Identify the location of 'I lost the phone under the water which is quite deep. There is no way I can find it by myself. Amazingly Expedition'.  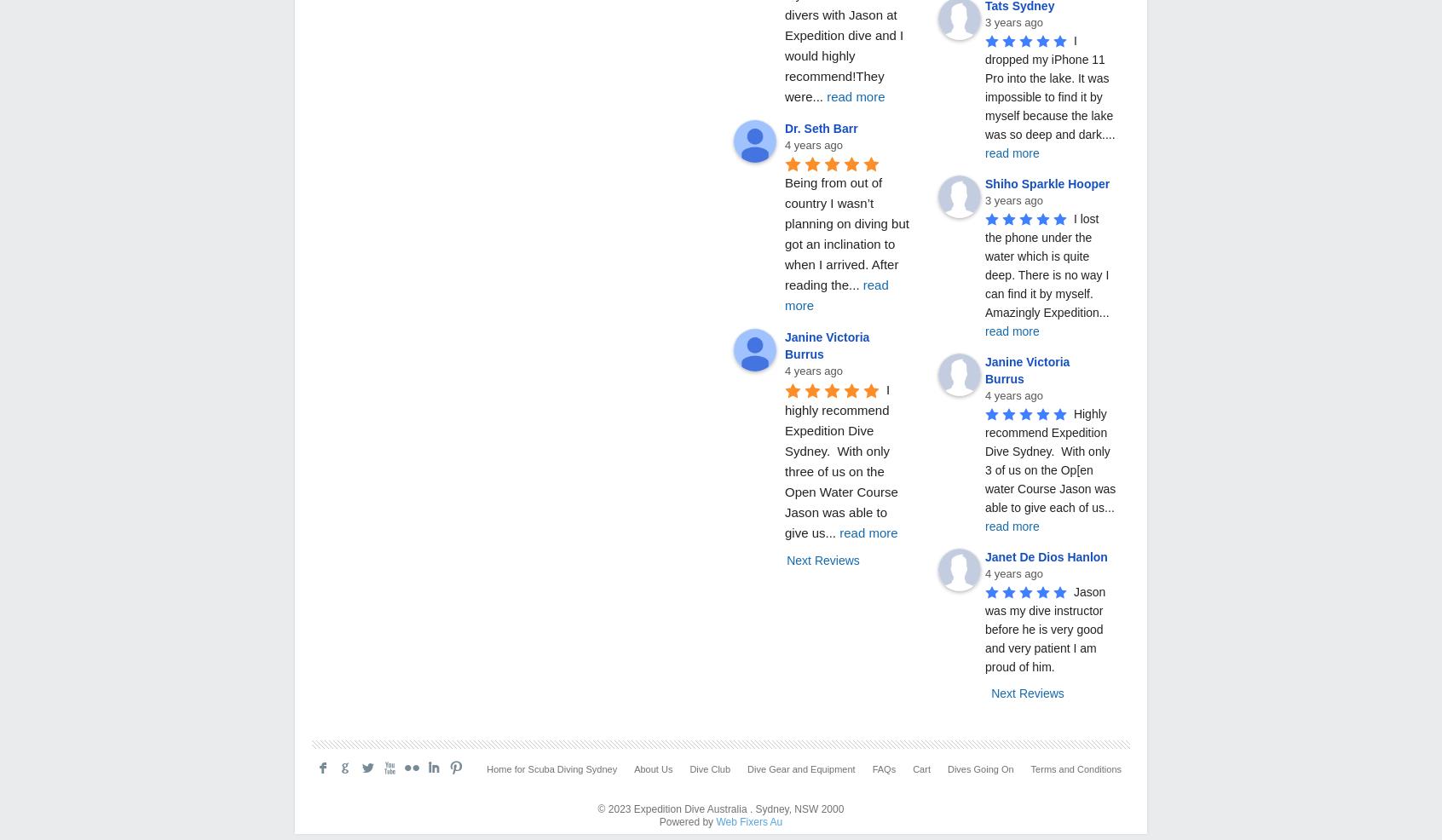
(983, 264).